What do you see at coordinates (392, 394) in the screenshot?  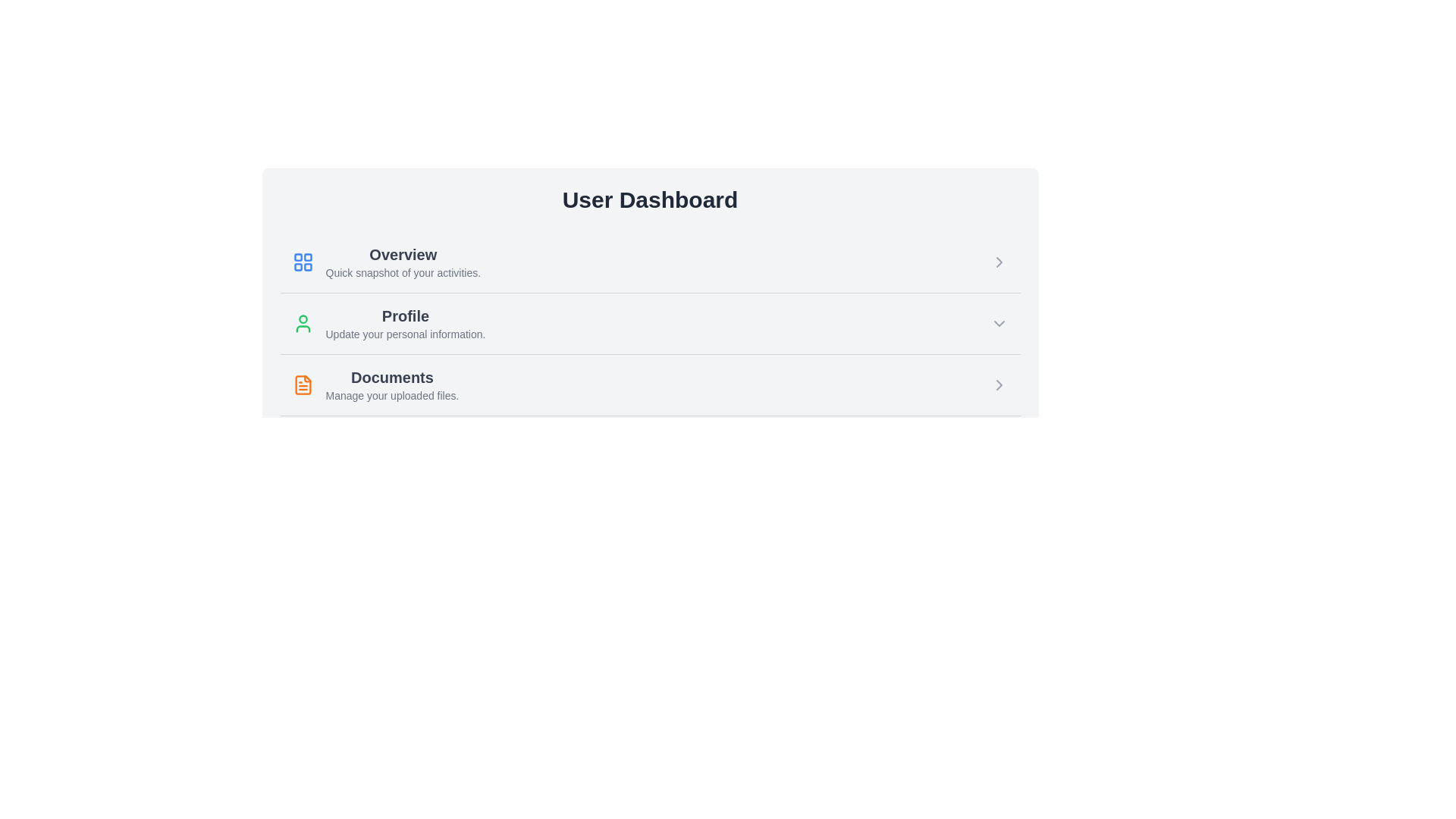 I see `text label that says 'Manage your uploaded files.' positioned under the 'Documents' section title` at bounding box center [392, 394].